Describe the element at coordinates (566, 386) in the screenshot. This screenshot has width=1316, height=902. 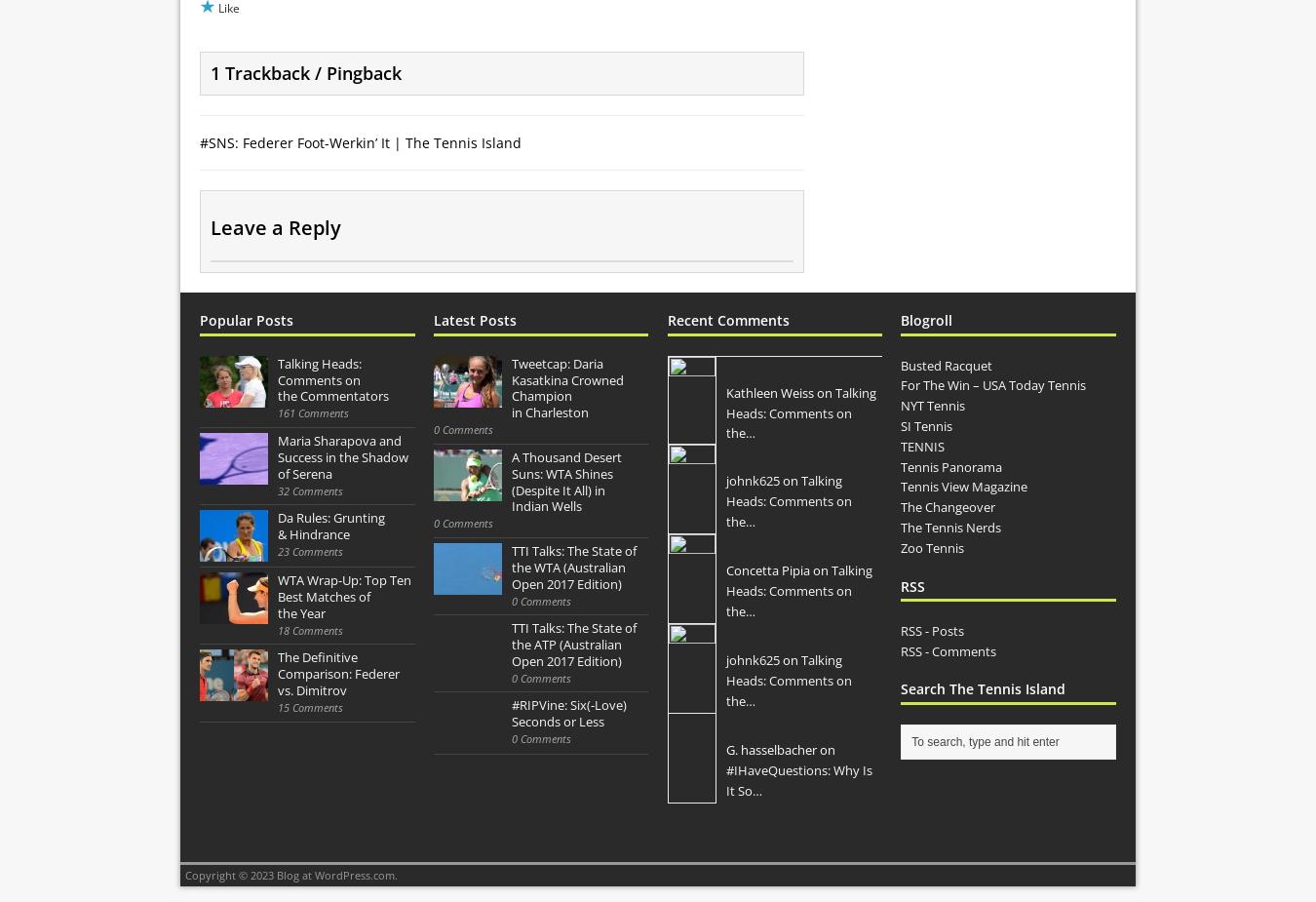
I see `'Tweetcap: Daria Kasatkina Crowned Champion in Charleston'` at that location.